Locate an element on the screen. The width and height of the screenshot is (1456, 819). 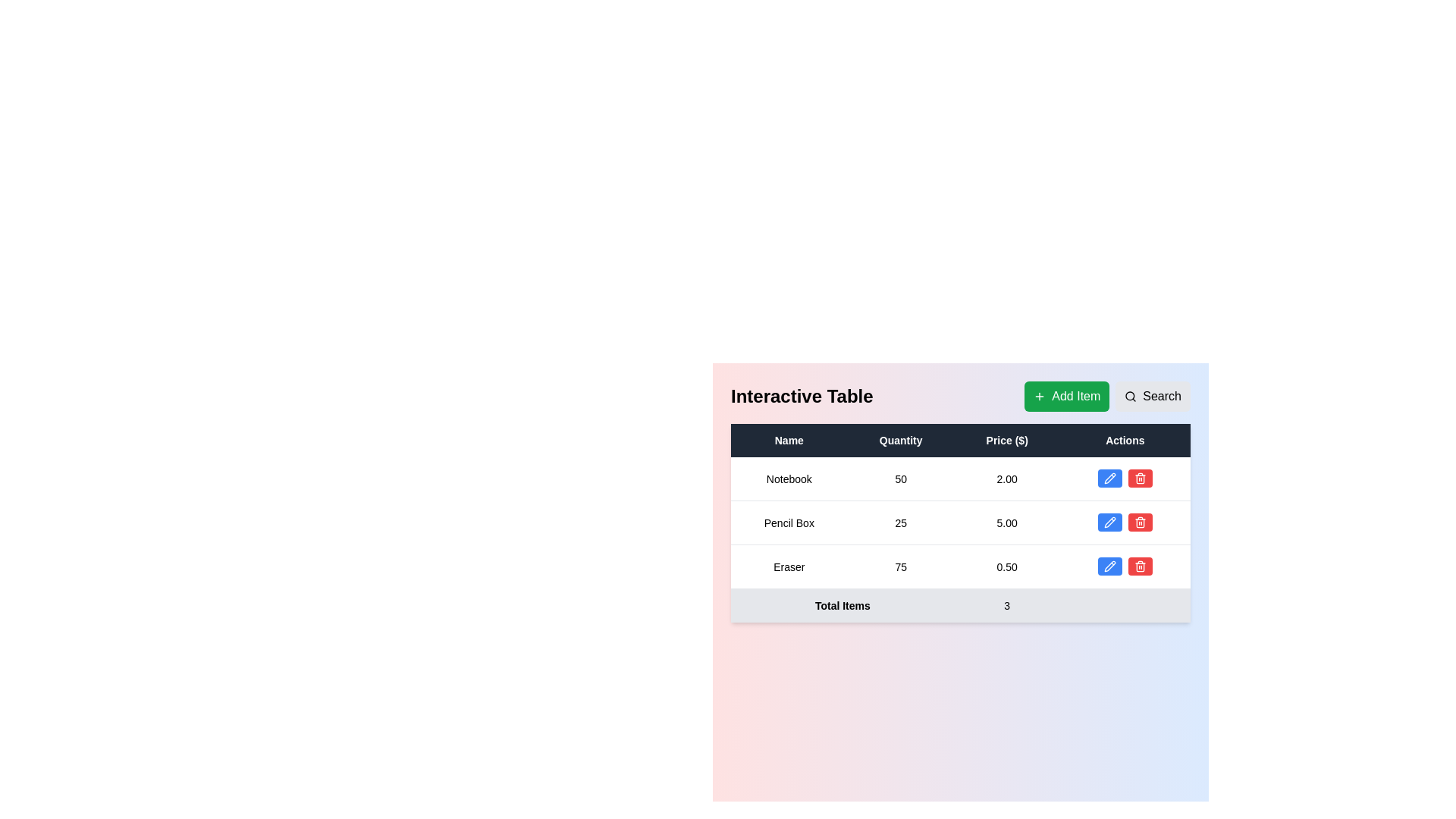
the edit button in the 'Actions' column of the table, which corresponds to the 'Eraser' row, to observe its hover effects is located at coordinates (1109, 566).